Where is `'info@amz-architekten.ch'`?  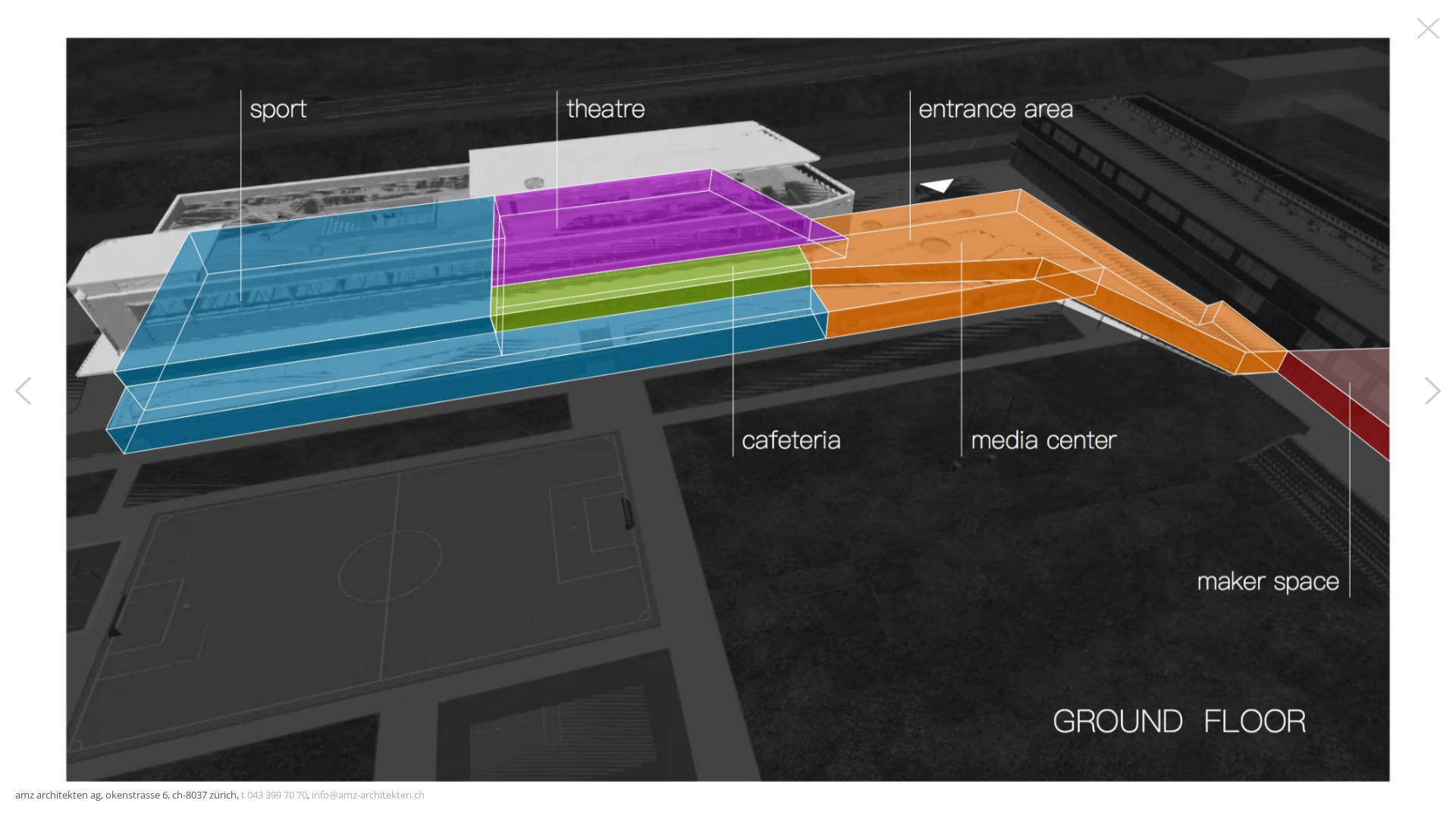
'info@amz-architekten.ch' is located at coordinates (368, 794).